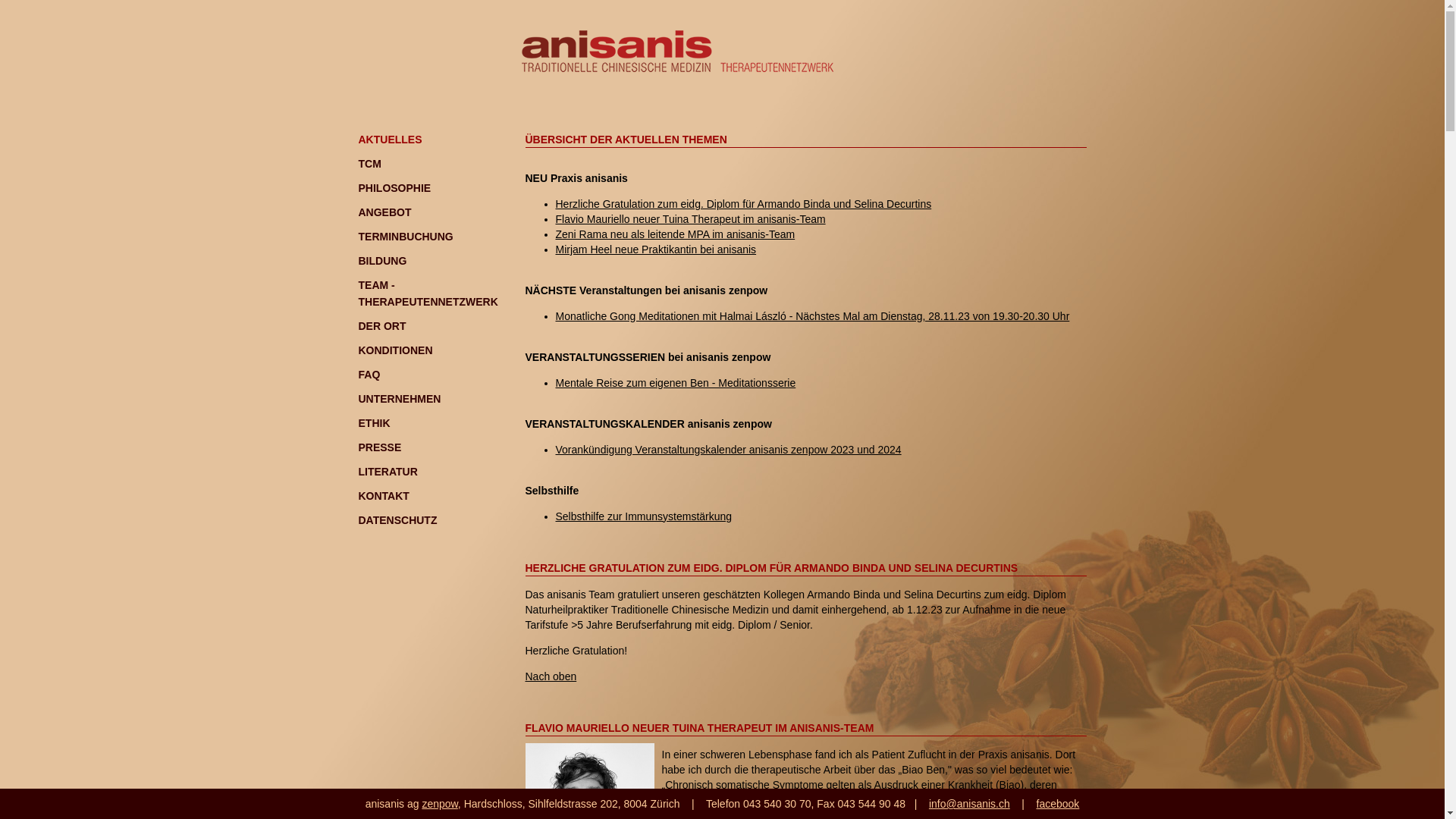 The height and width of the screenshot is (819, 1456). Describe the element at coordinates (379, 447) in the screenshot. I see `'PRESSE'` at that location.